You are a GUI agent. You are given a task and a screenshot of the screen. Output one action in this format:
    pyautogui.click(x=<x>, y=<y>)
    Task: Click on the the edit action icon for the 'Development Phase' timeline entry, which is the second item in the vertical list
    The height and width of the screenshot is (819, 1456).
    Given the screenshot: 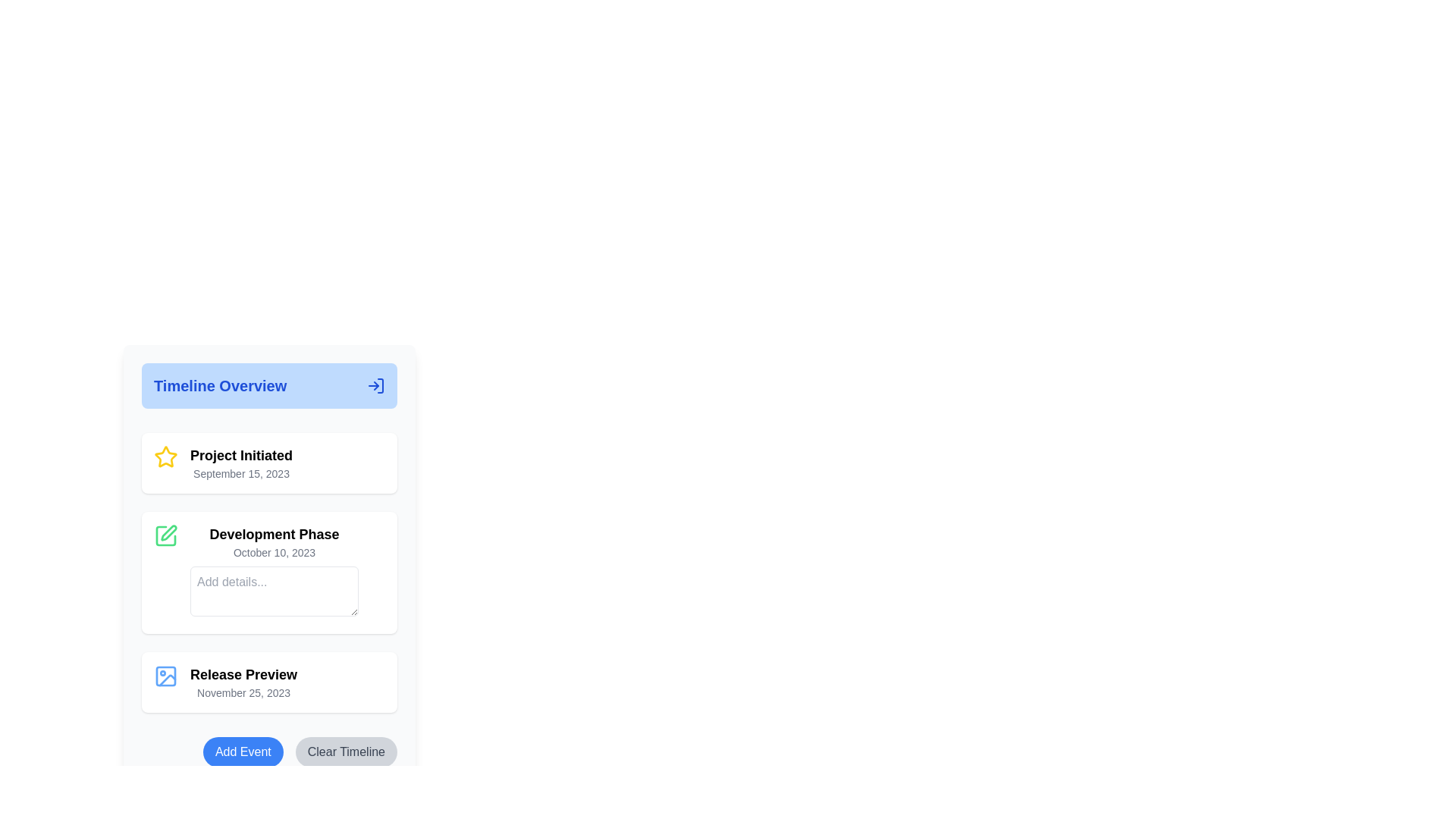 What is the action you would take?
    pyautogui.click(x=168, y=532)
    